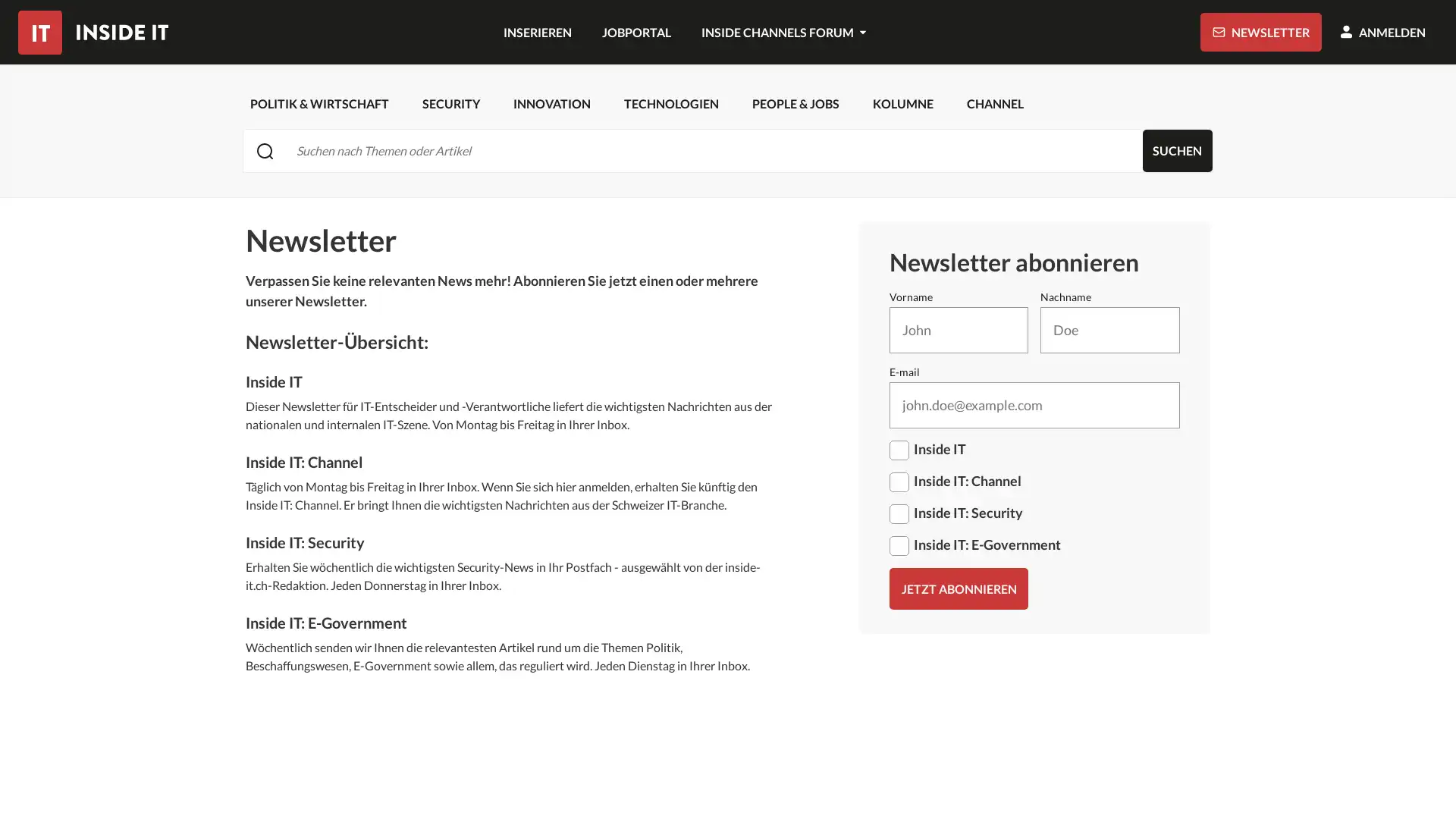  I want to click on SUCHEN, so click(1176, 151).